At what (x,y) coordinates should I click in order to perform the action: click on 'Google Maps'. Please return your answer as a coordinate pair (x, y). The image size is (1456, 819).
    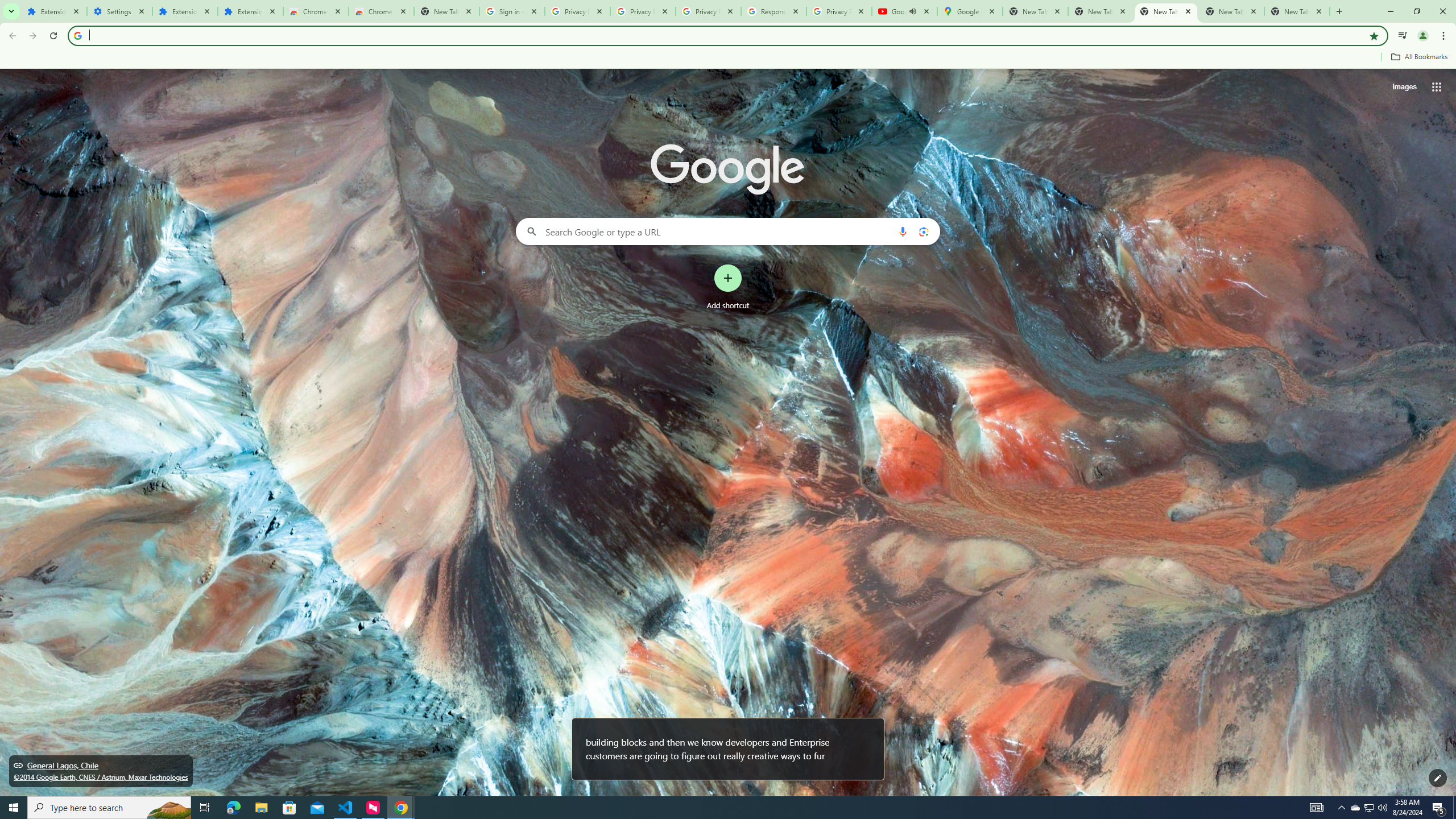
    Looking at the image, I should click on (969, 11).